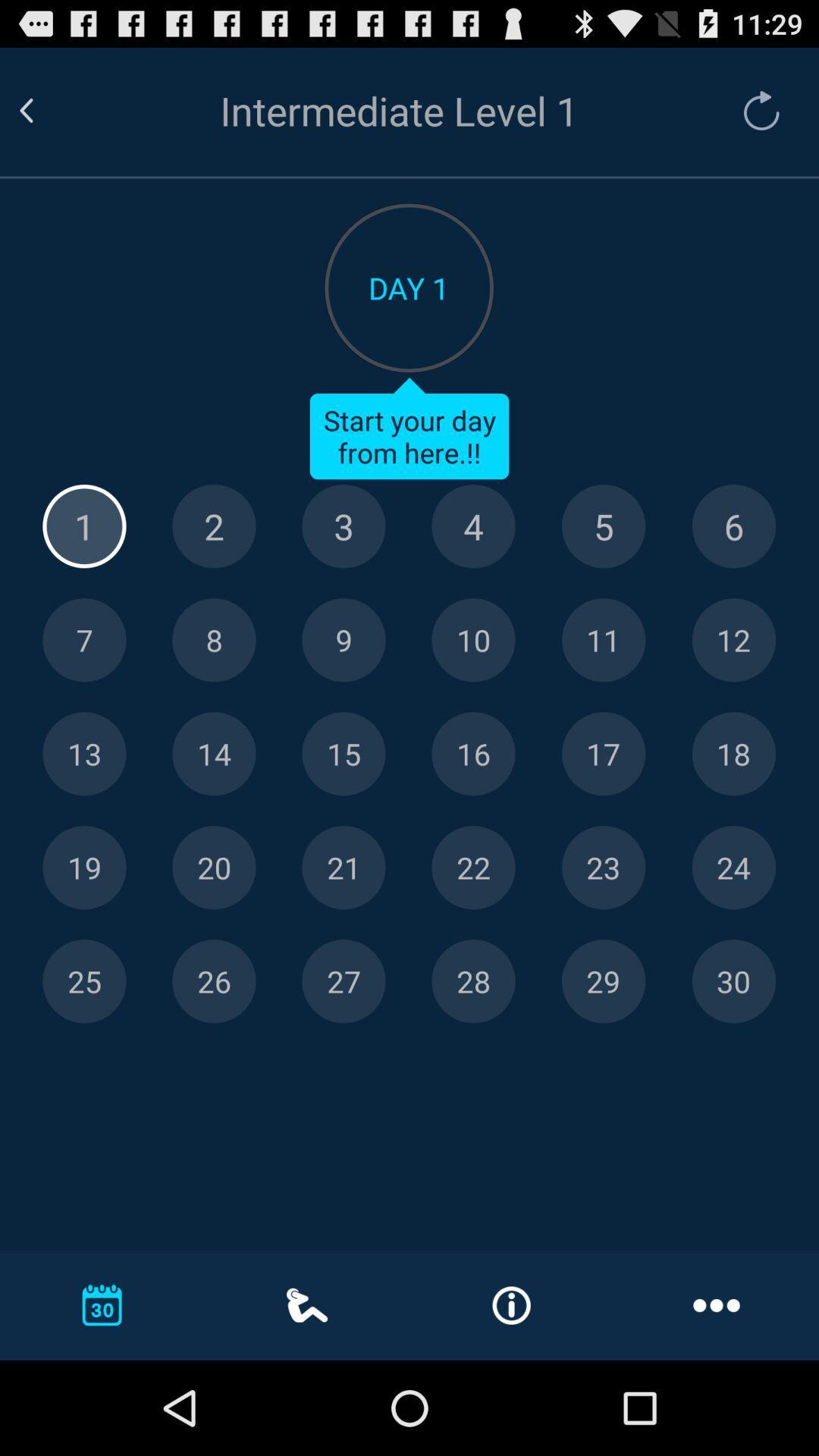 This screenshot has width=819, height=1456. What do you see at coordinates (733, 868) in the screenshot?
I see `day 24` at bounding box center [733, 868].